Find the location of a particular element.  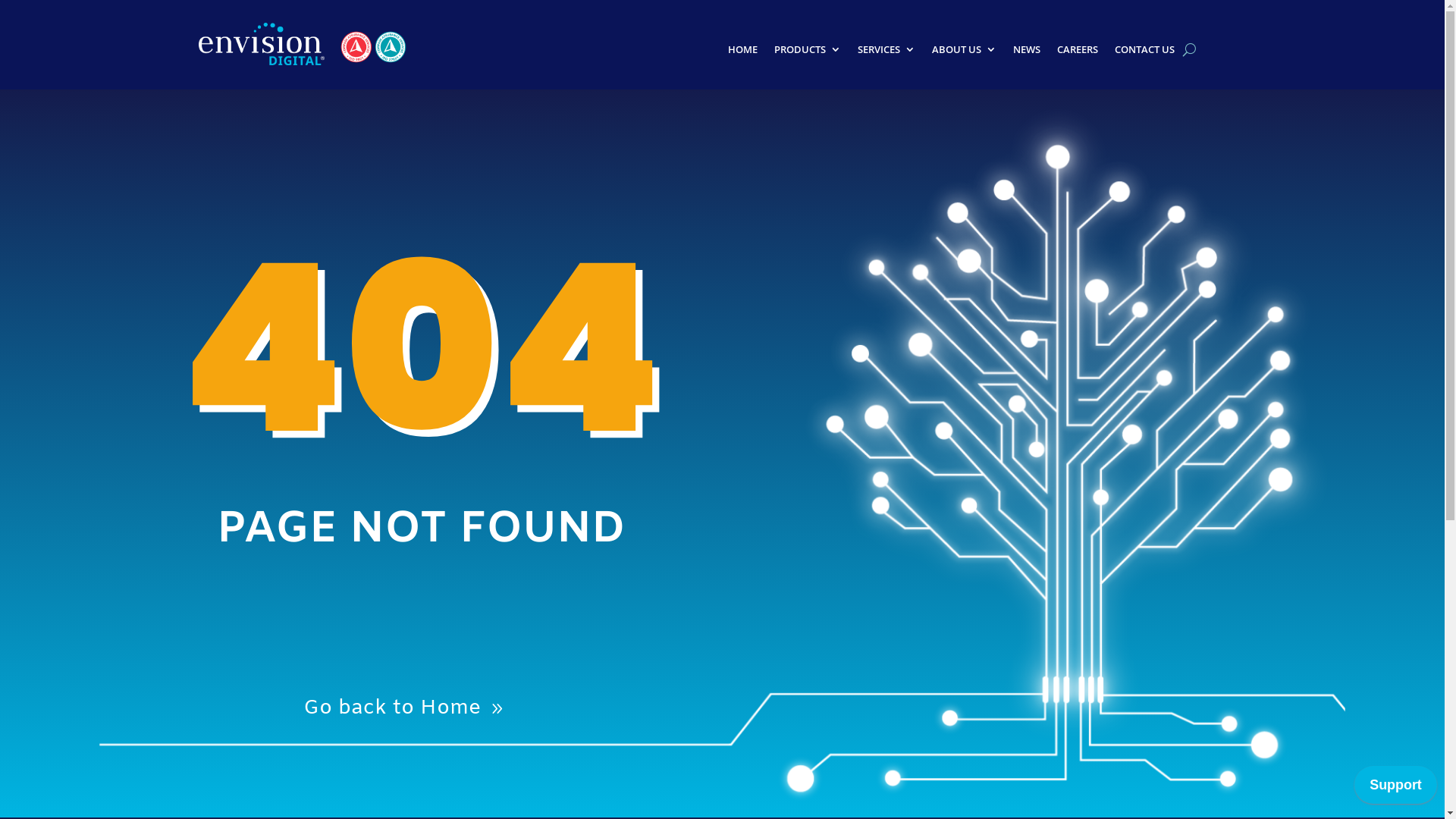

'ABOUT US' is located at coordinates (963, 52).